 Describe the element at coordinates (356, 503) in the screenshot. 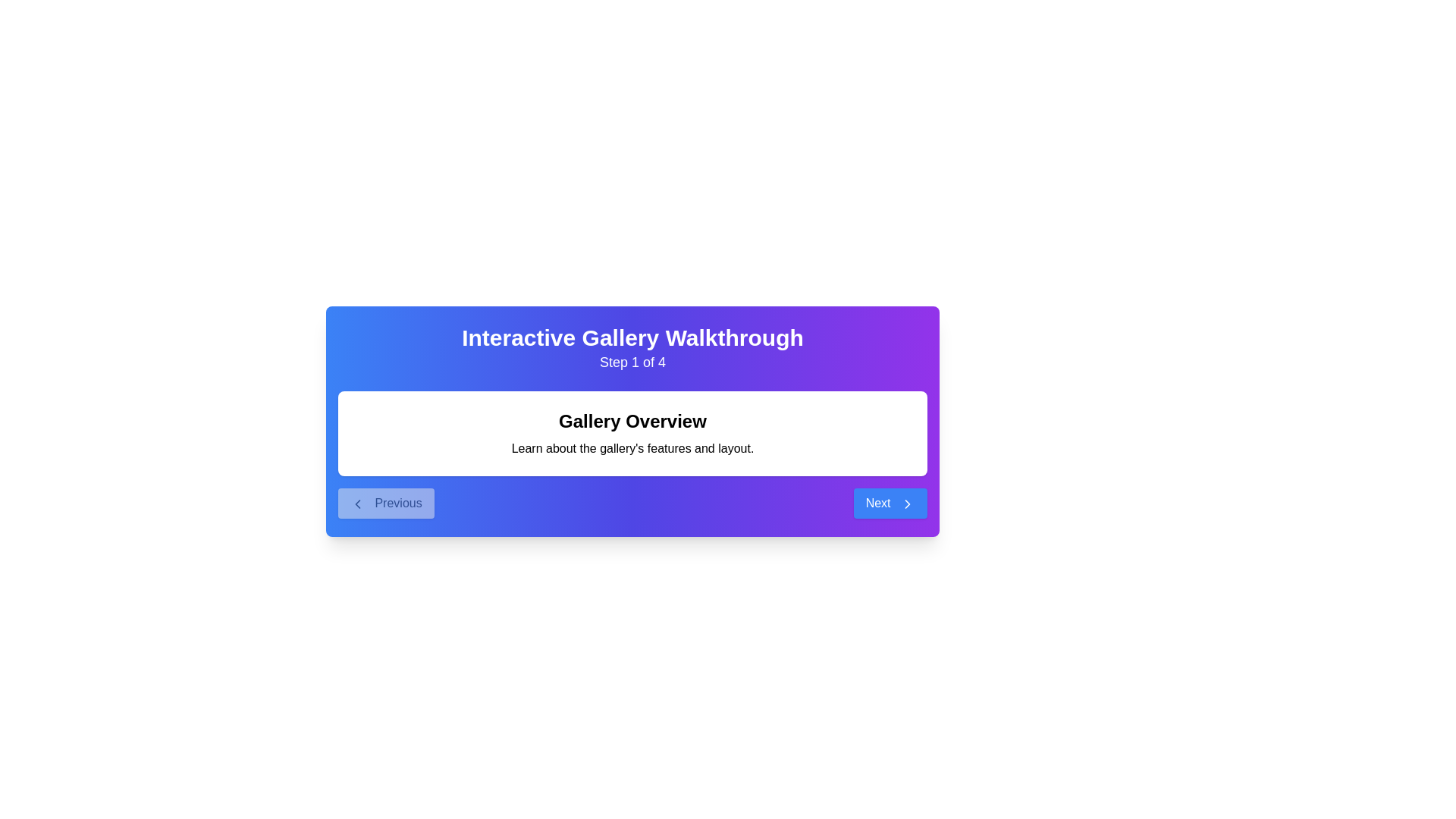

I see `the chevron icon located to the left of the 'Previous' text in the 'Previous' button at the lower left of the 'Interactive Gallery Walkthrough' dialog box` at that location.